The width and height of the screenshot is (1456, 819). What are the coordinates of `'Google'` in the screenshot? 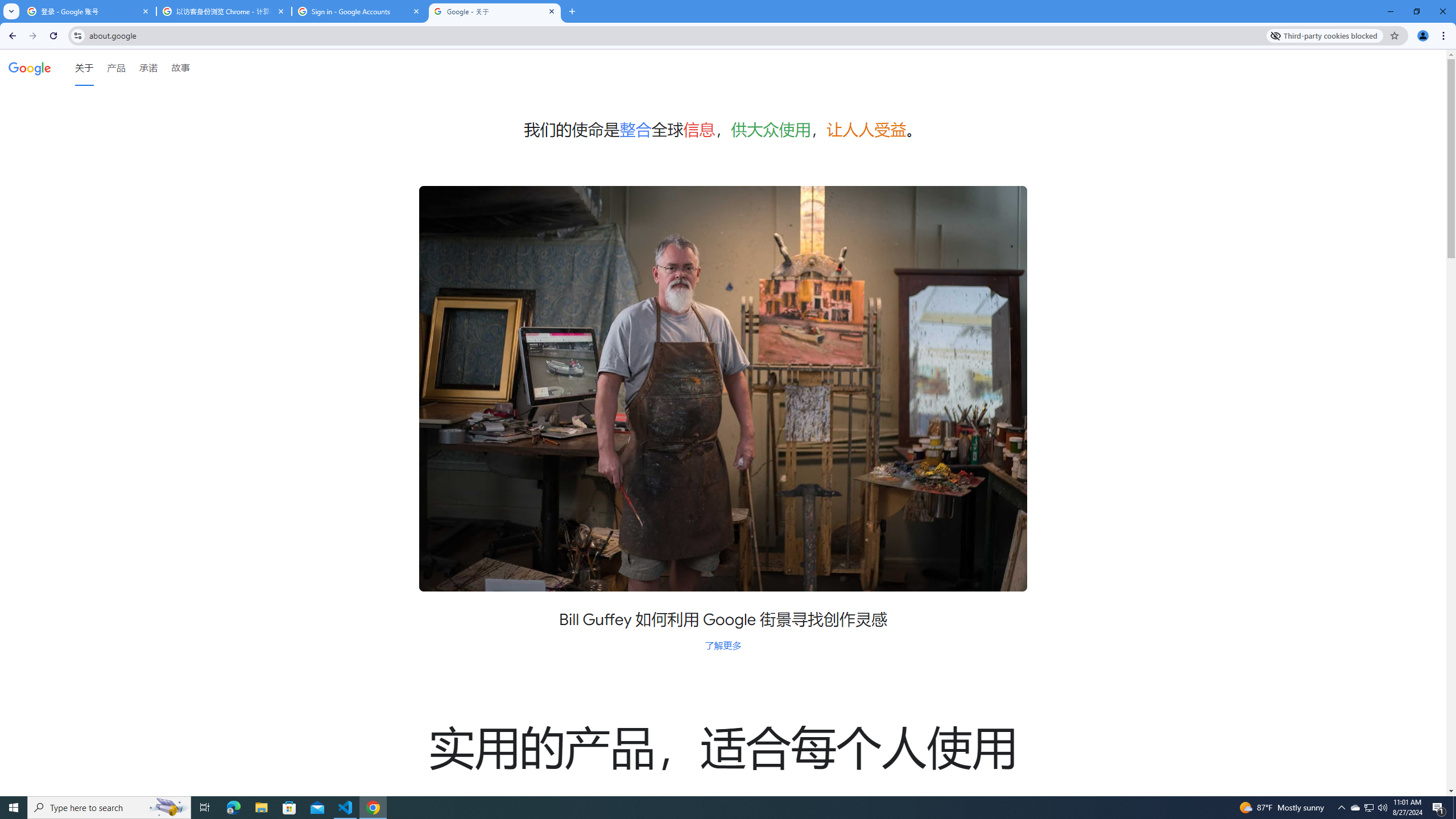 It's located at (30, 67).